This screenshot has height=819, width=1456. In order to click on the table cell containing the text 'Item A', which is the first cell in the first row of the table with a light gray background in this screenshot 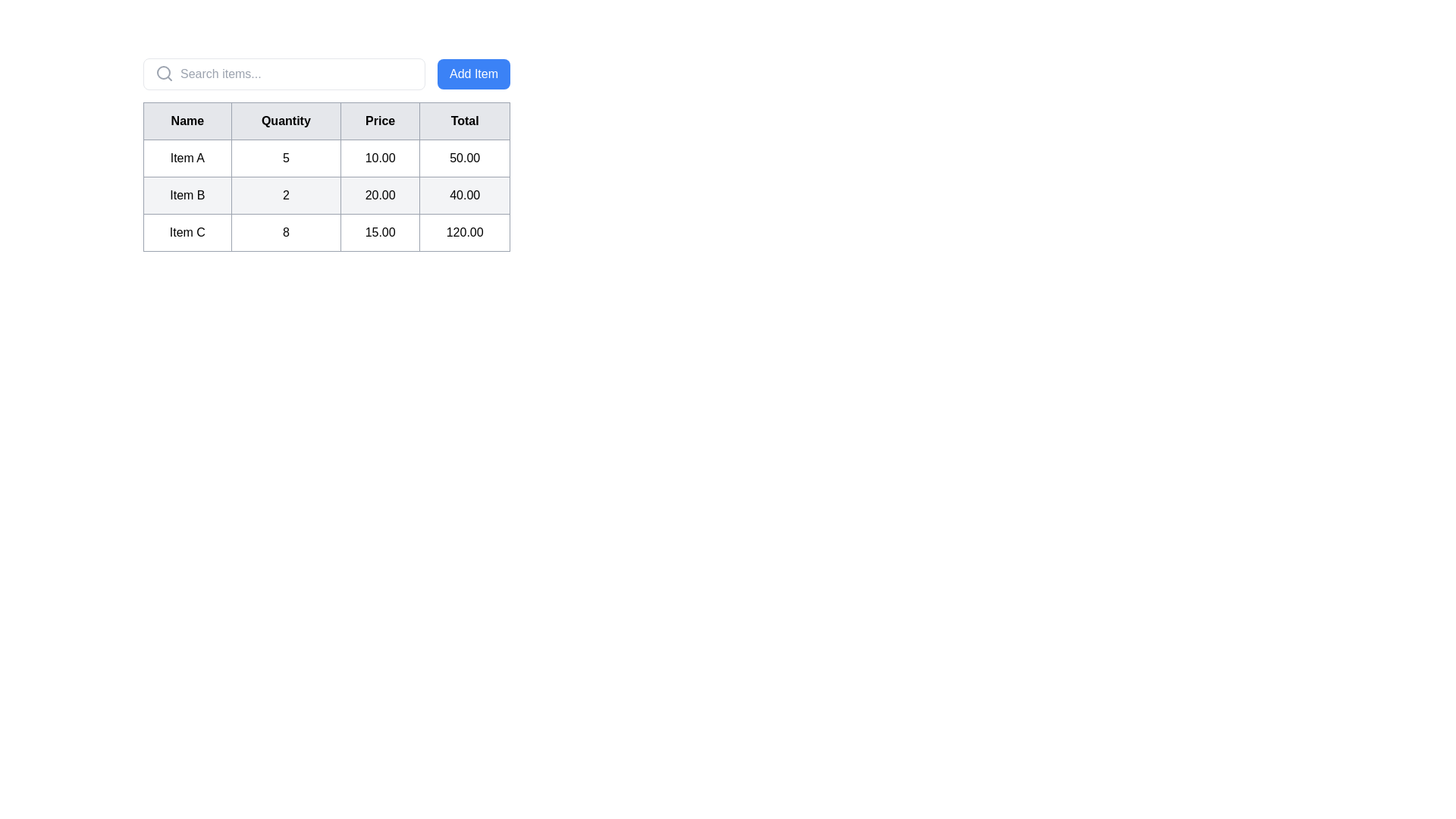, I will do `click(187, 158)`.